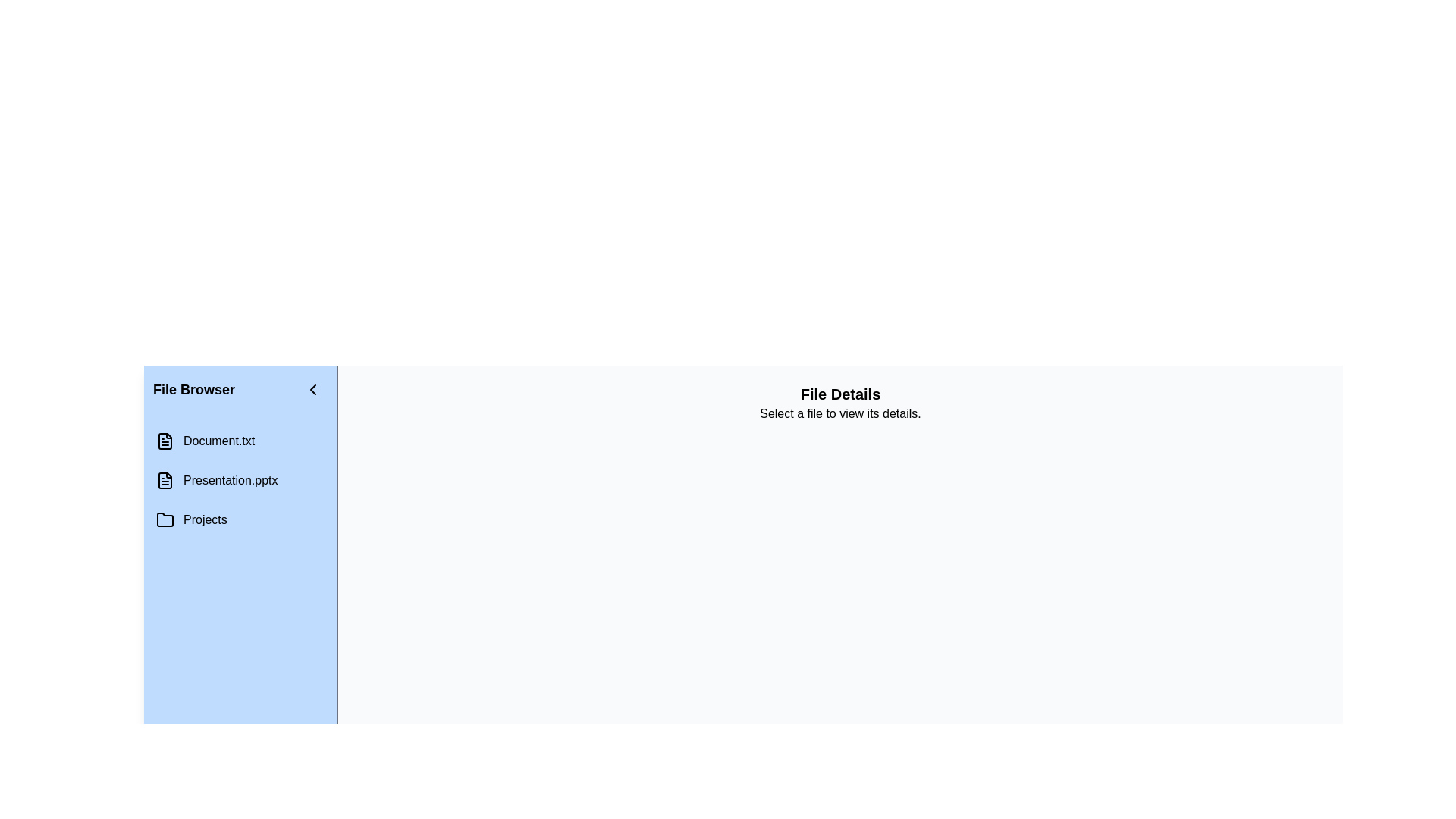 The image size is (1456, 819). Describe the element at coordinates (312, 388) in the screenshot. I see `the left-pointing chevron icon next to the 'File Browser' text` at that location.